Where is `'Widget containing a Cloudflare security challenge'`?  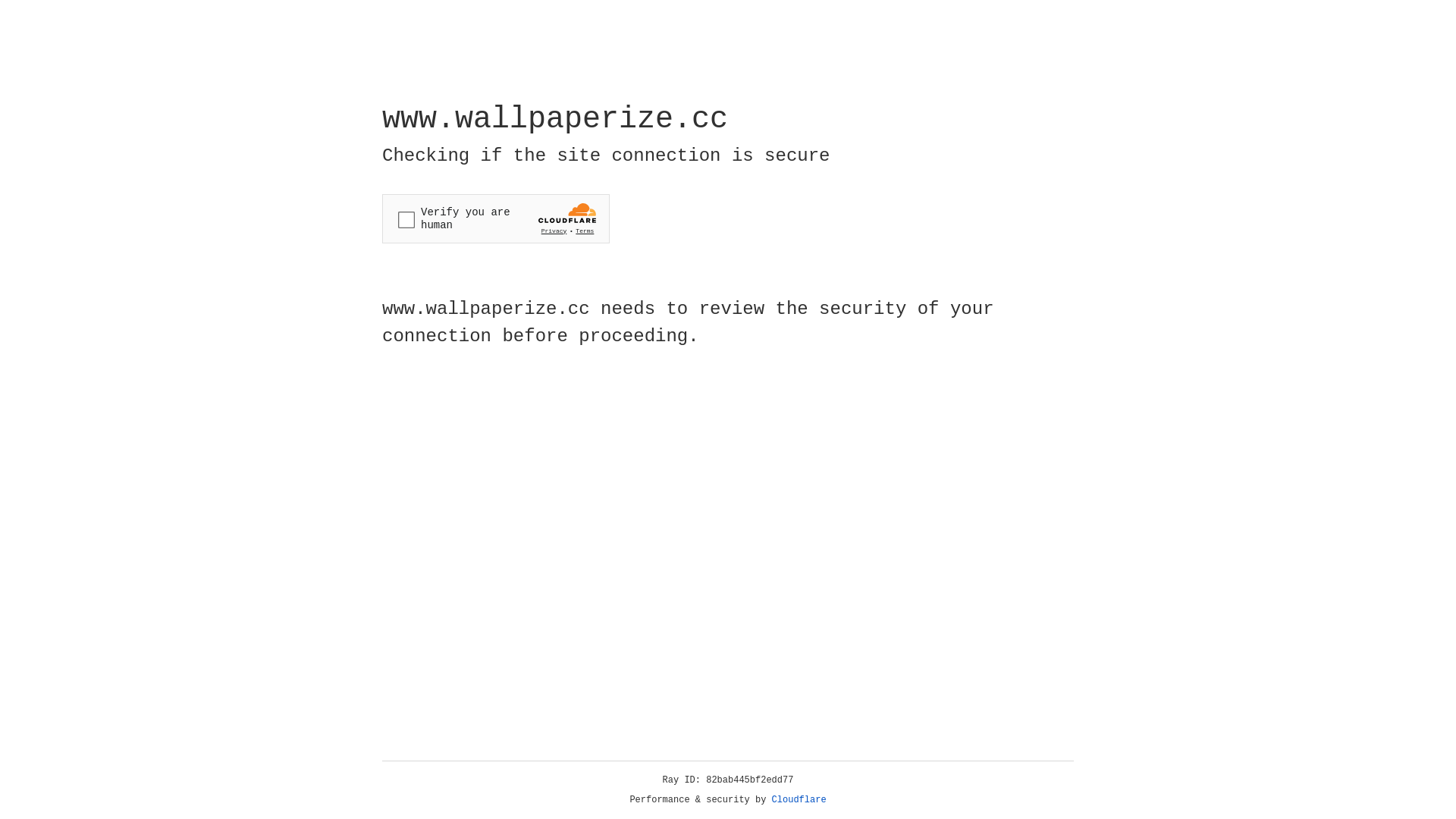 'Widget containing a Cloudflare security challenge' is located at coordinates (495, 218).